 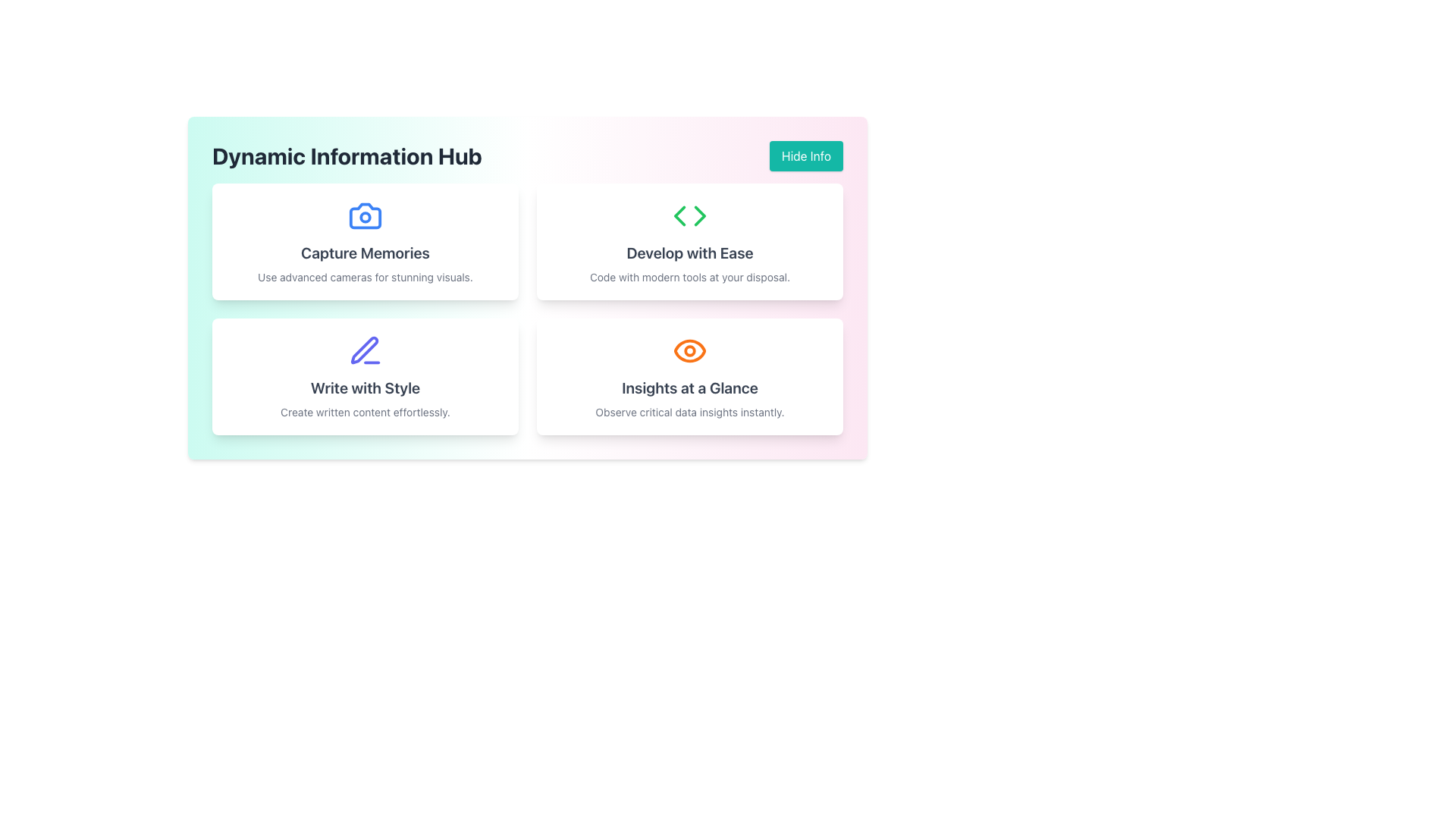 I want to click on the pen-shaped icon outlined with a blue stroke within the 'Write with Style' section of the interface, so click(x=364, y=350).